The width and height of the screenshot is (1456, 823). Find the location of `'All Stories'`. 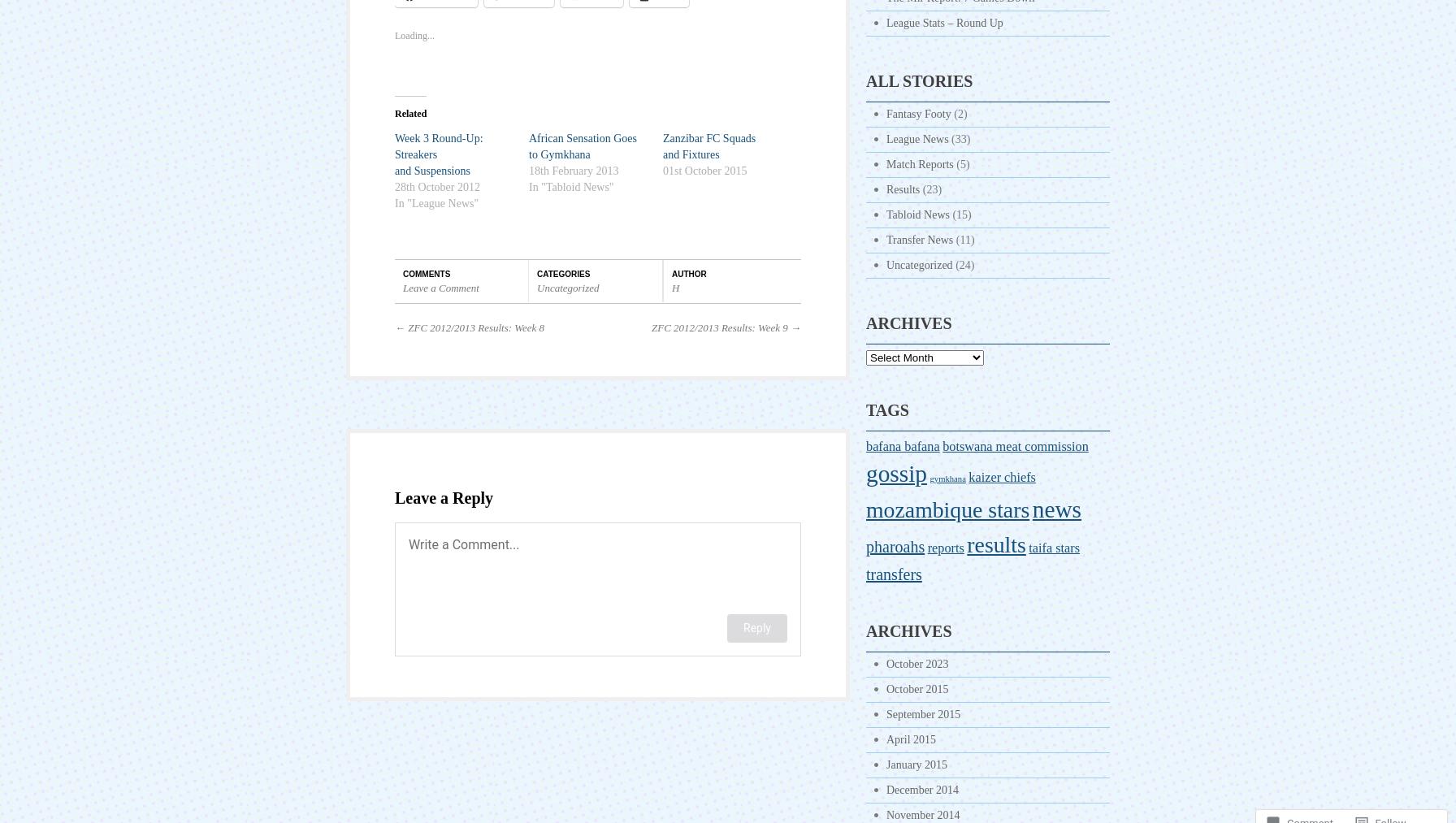

'All Stories' is located at coordinates (919, 80).